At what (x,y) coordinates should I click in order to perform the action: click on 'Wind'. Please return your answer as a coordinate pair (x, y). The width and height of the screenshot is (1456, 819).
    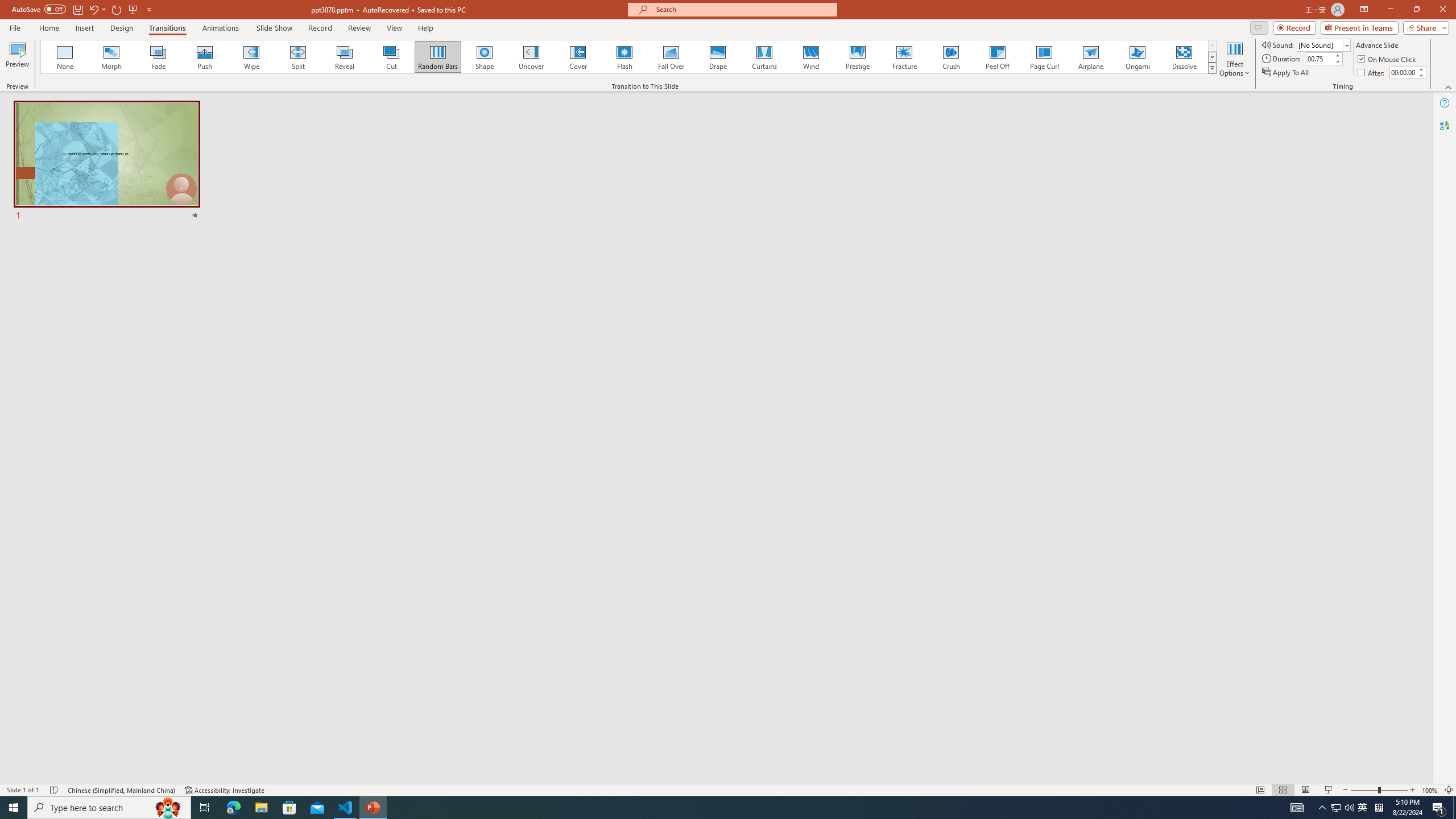
    Looking at the image, I should click on (810, 56).